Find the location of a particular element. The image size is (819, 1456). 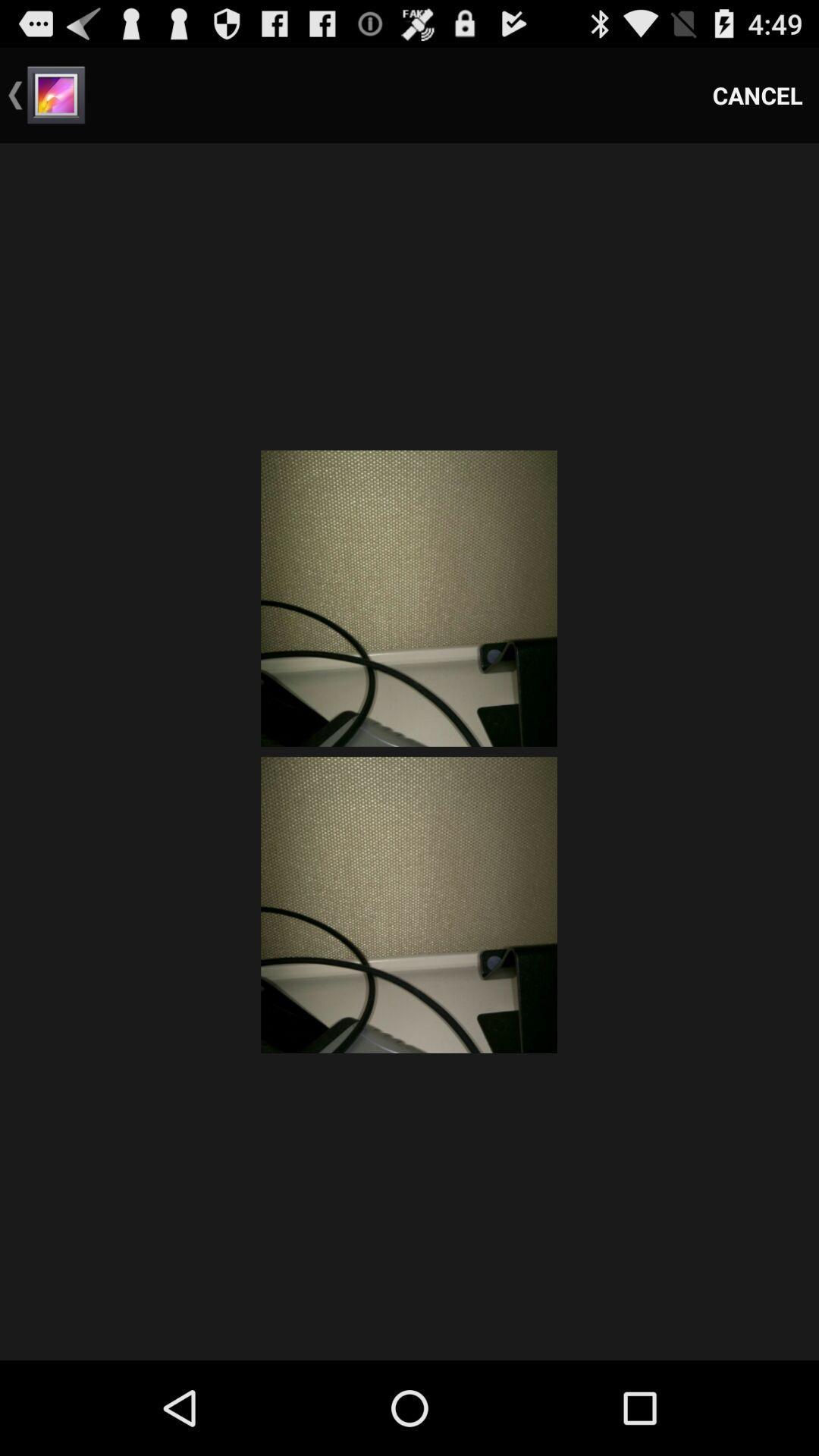

the item at the top right corner is located at coordinates (758, 94).